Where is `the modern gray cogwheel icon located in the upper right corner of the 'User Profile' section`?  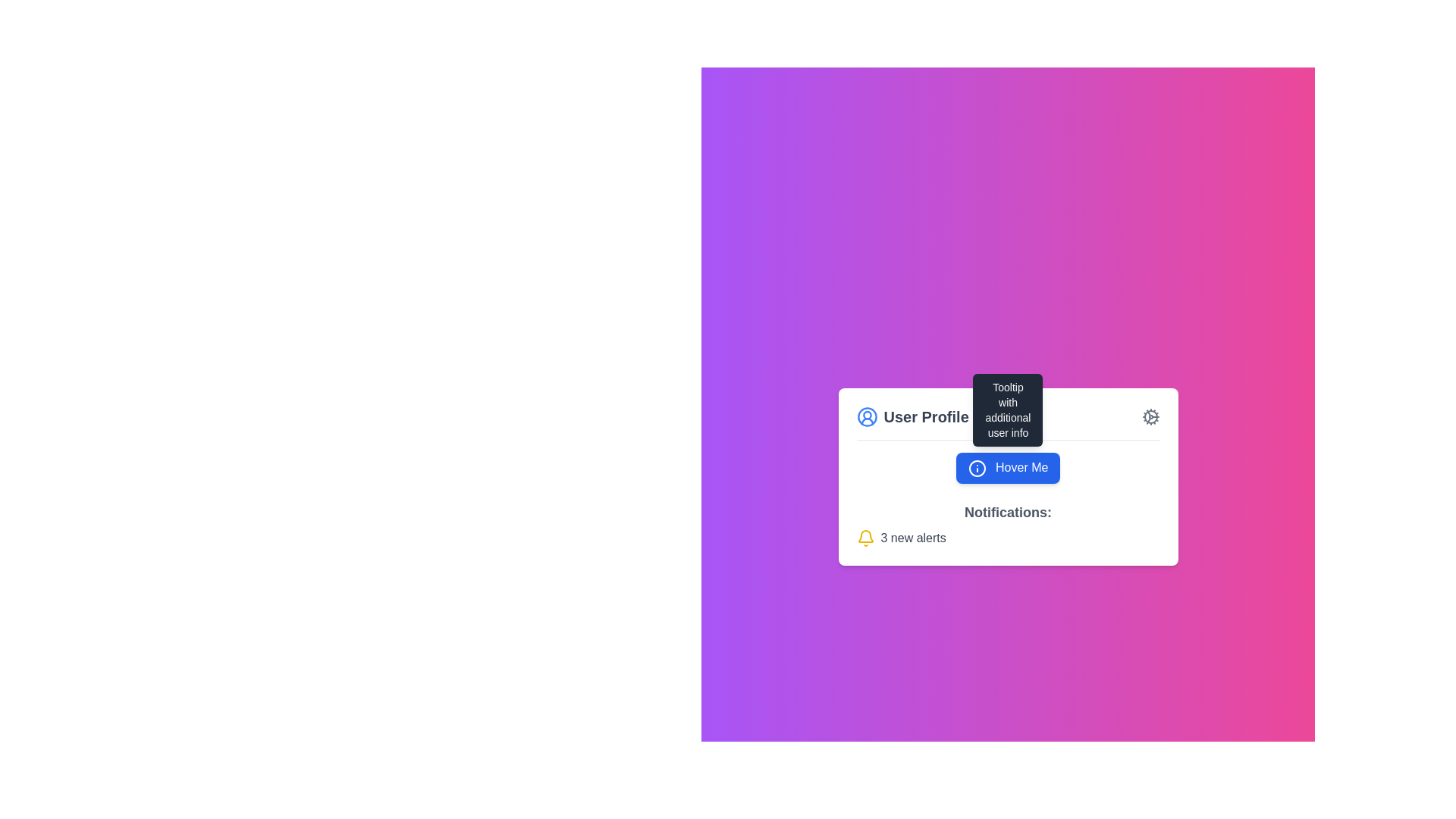
the modern gray cogwheel icon located in the upper right corner of the 'User Profile' section is located at coordinates (1150, 417).